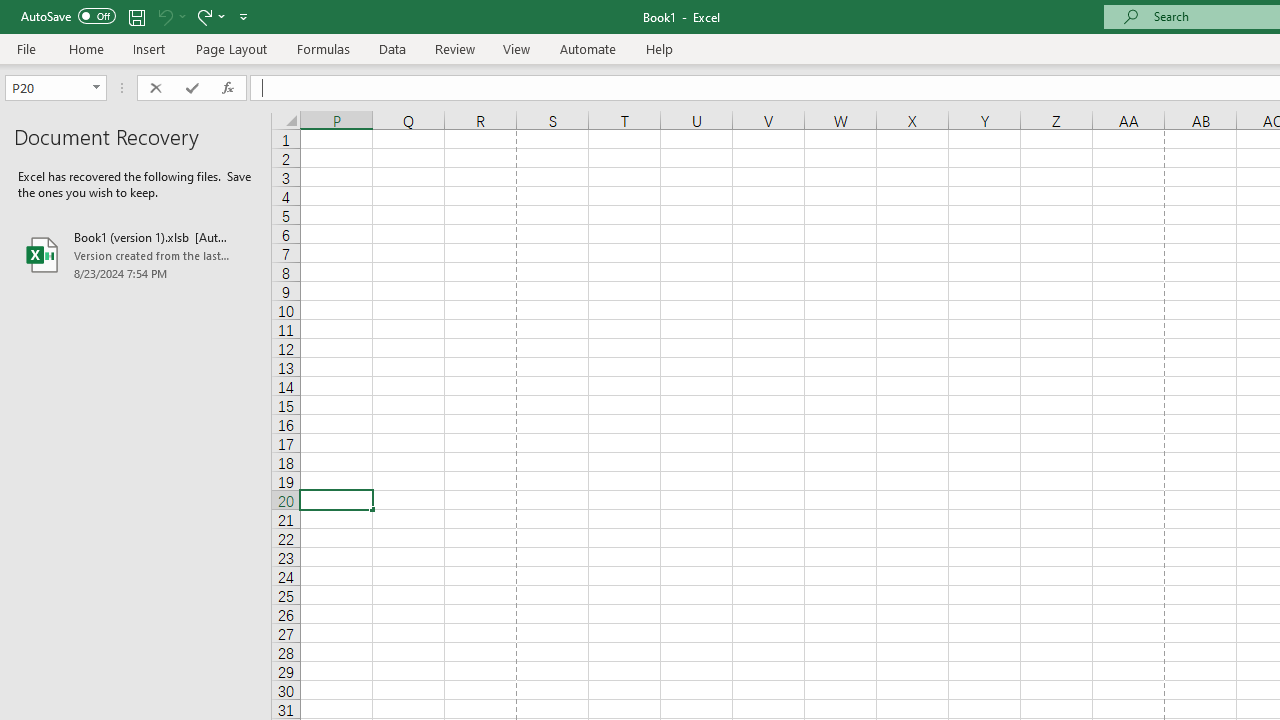 This screenshot has width=1280, height=720. I want to click on 'Home', so click(85, 48).